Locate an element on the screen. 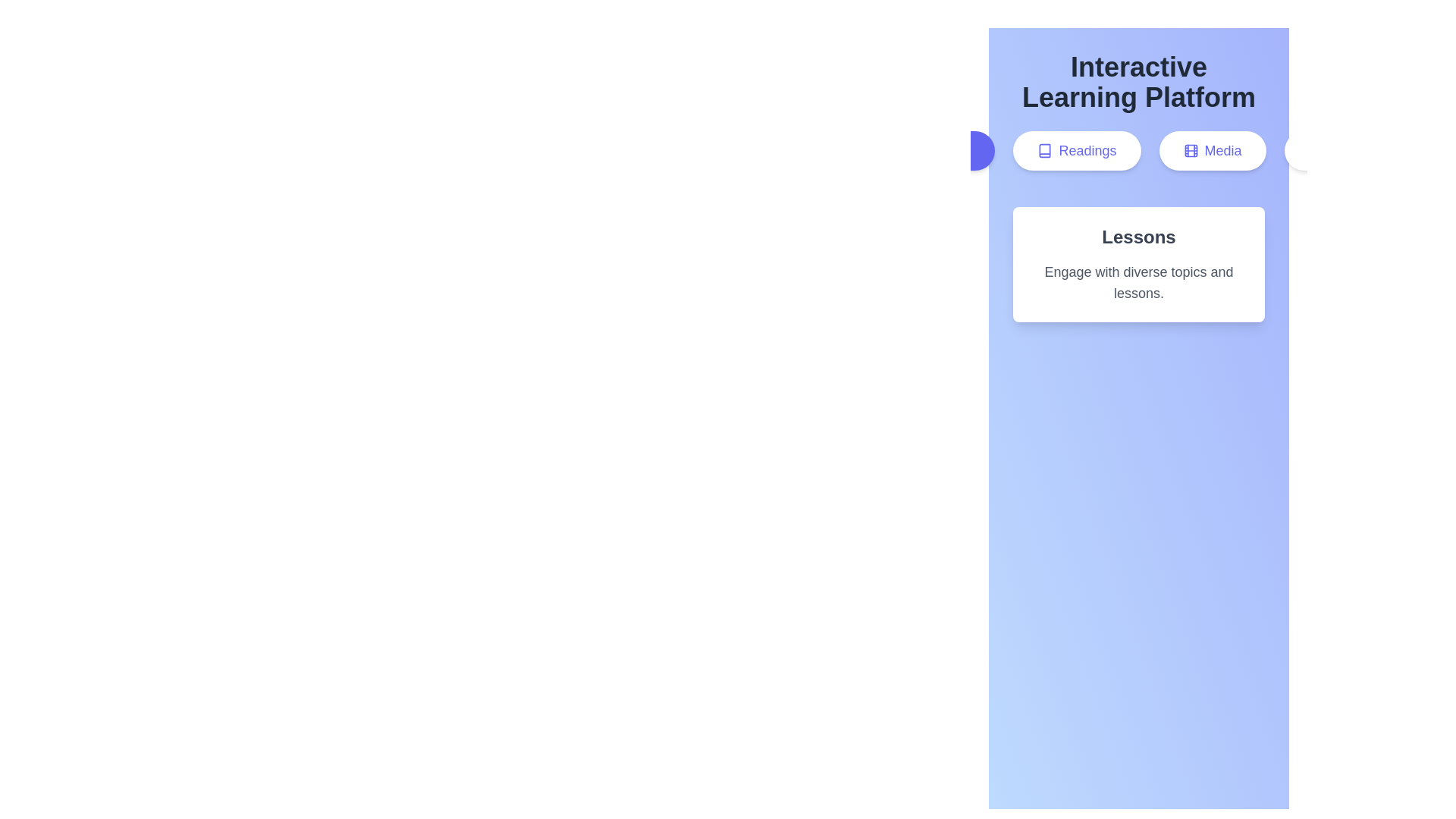 The width and height of the screenshot is (1456, 819). the icon associated with the tab Media is located at coordinates (1190, 151).